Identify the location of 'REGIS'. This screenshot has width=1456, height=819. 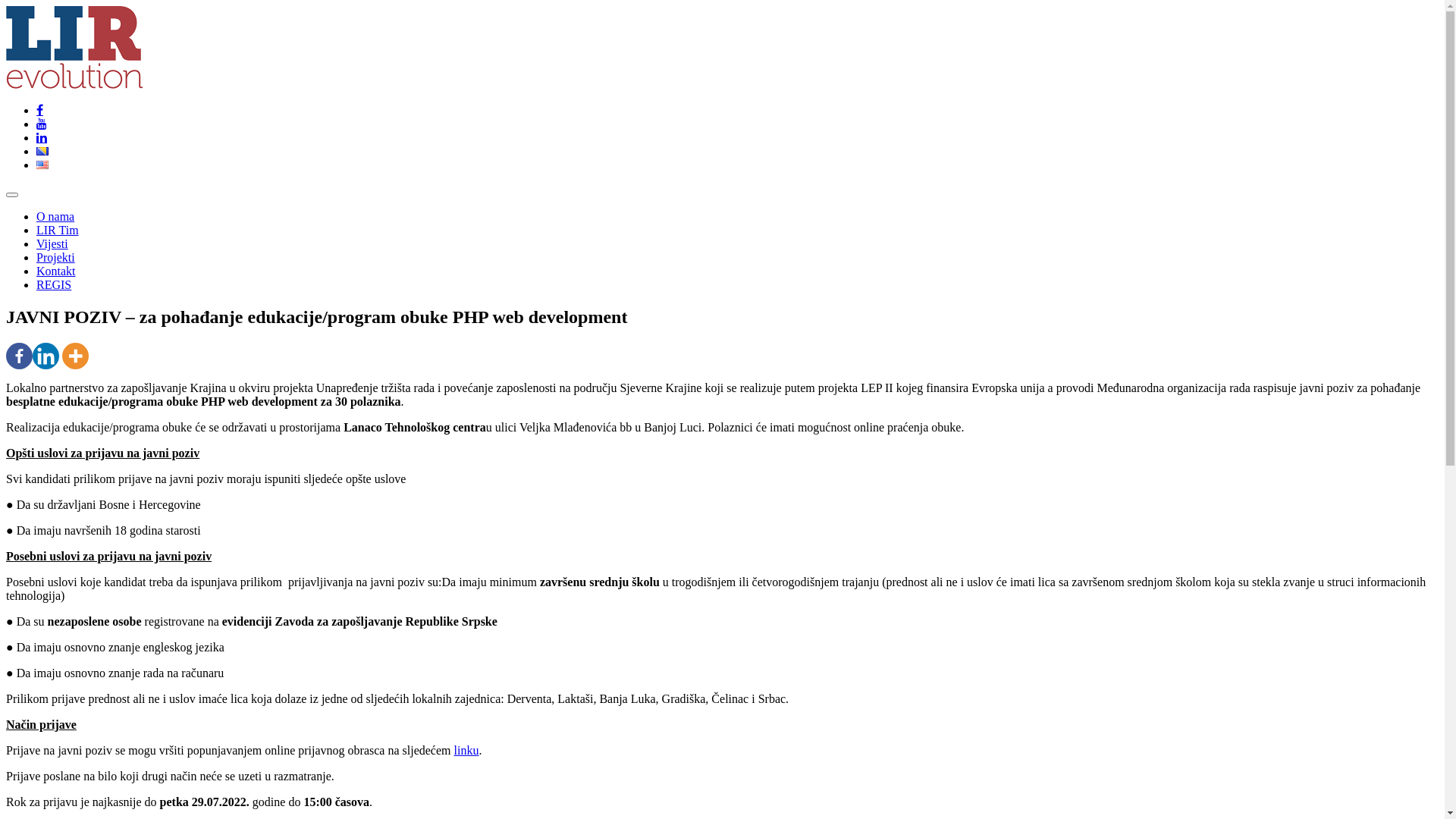
(54, 284).